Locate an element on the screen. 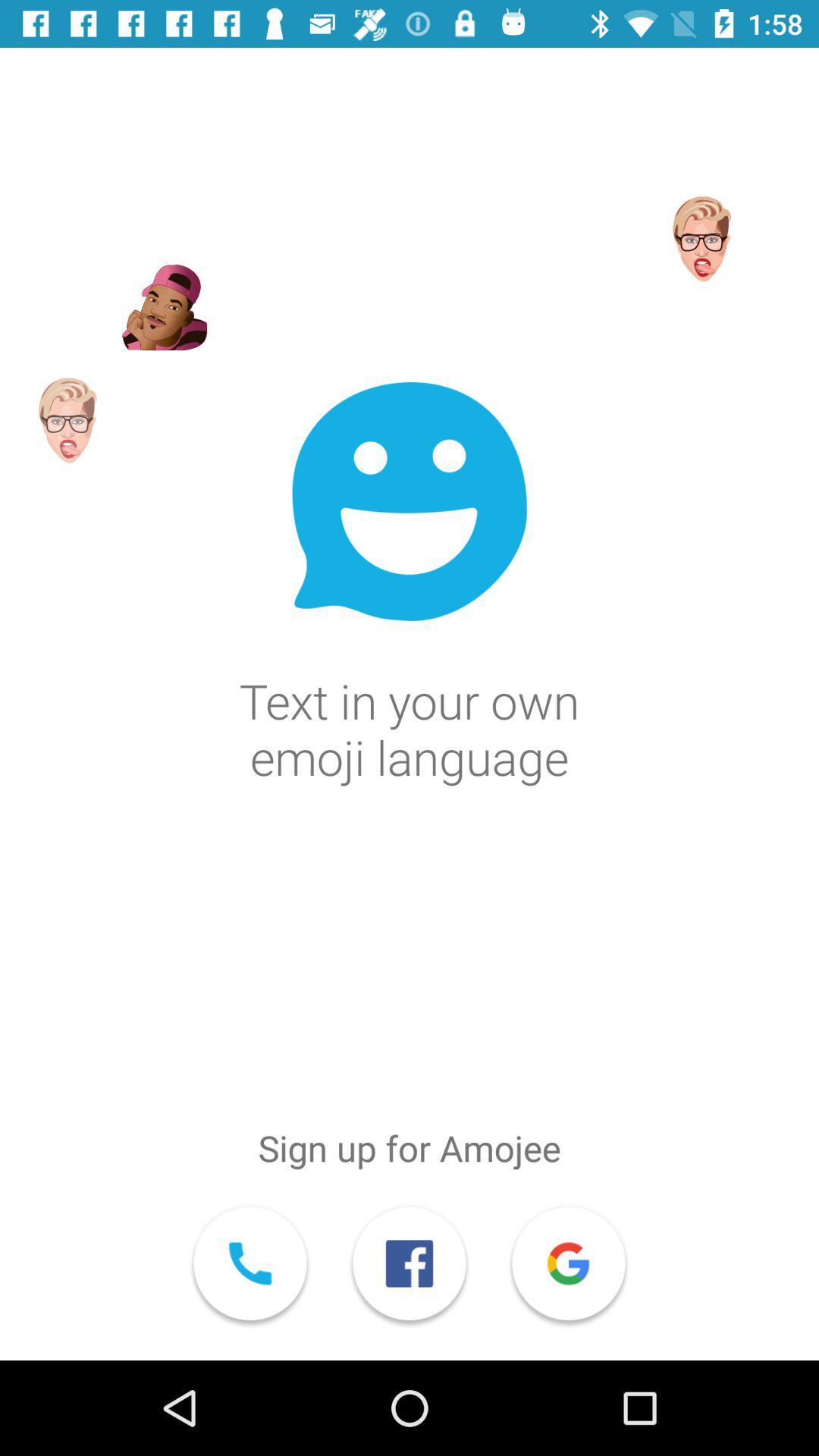 Image resolution: width=819 pixels, height=1456 pixels. the facebook icon is located at coordinates (409, 1266).